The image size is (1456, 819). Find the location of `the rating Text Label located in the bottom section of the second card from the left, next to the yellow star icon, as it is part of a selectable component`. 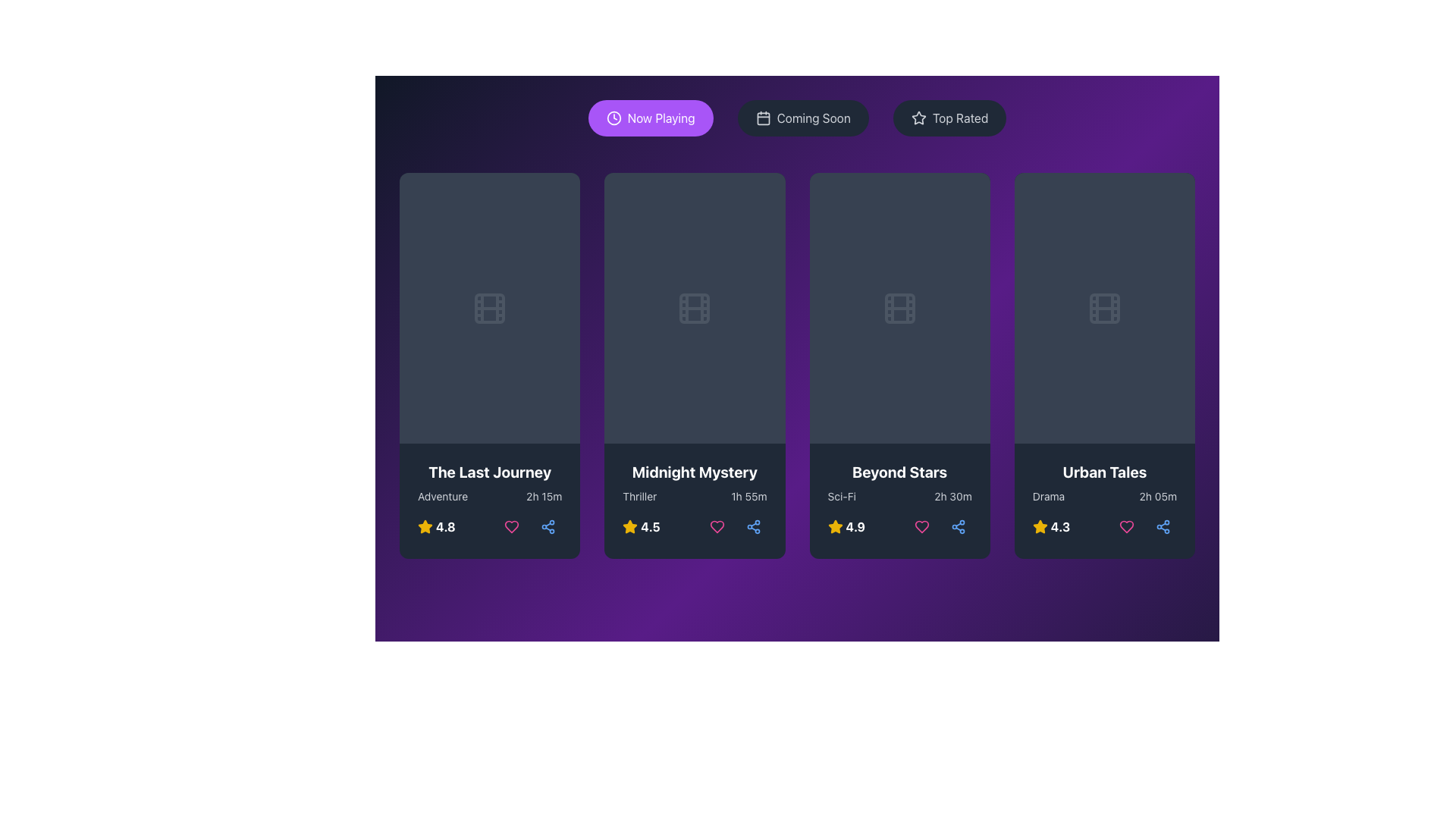

the rating Text Label located in the bottom section of the second card from the left, next to the yellow star icon, as it is part of a selectable component is located at coordinates (651, 526).